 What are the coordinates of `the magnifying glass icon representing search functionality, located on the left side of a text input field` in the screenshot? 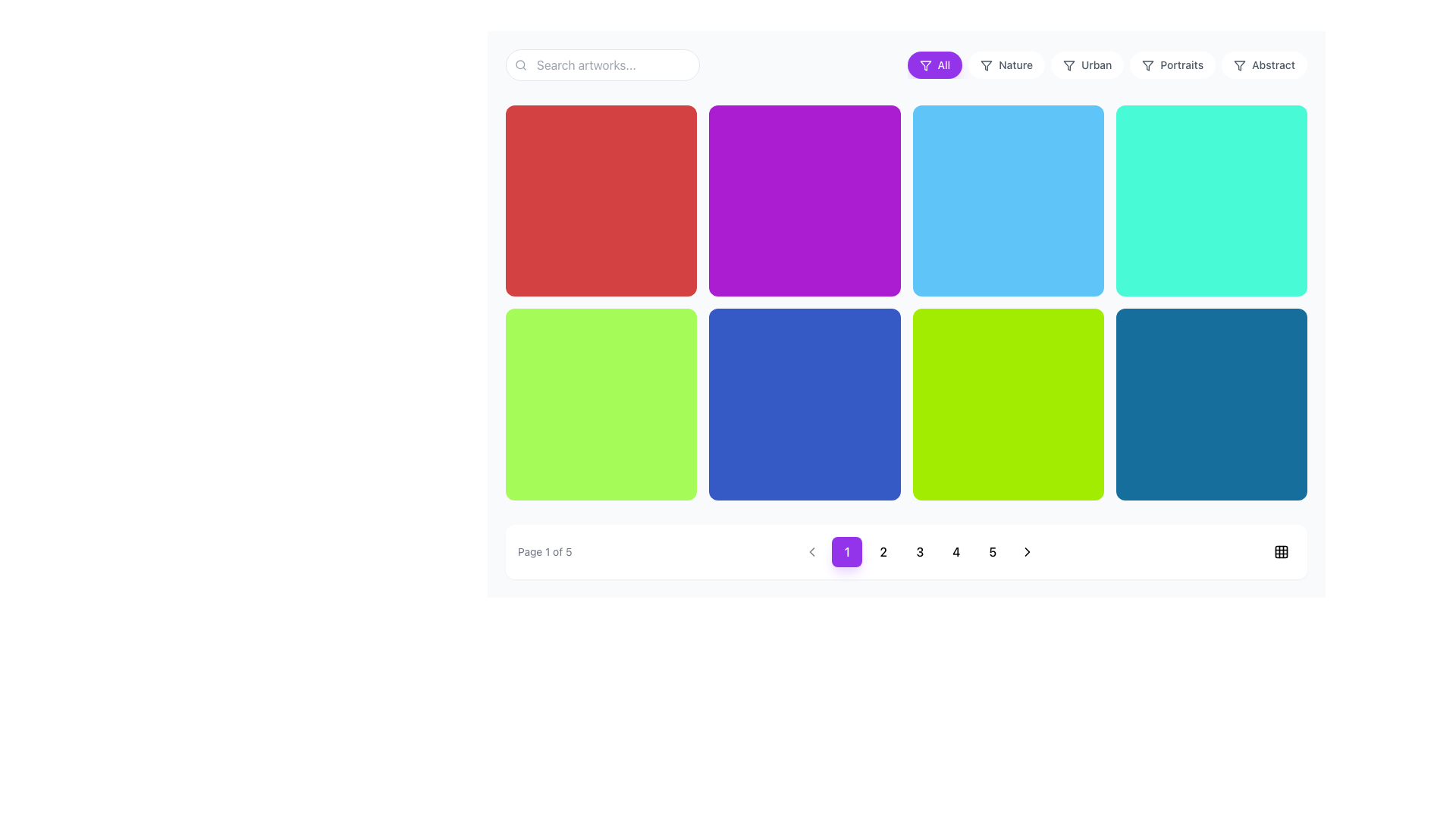 It's located at (520, 64).